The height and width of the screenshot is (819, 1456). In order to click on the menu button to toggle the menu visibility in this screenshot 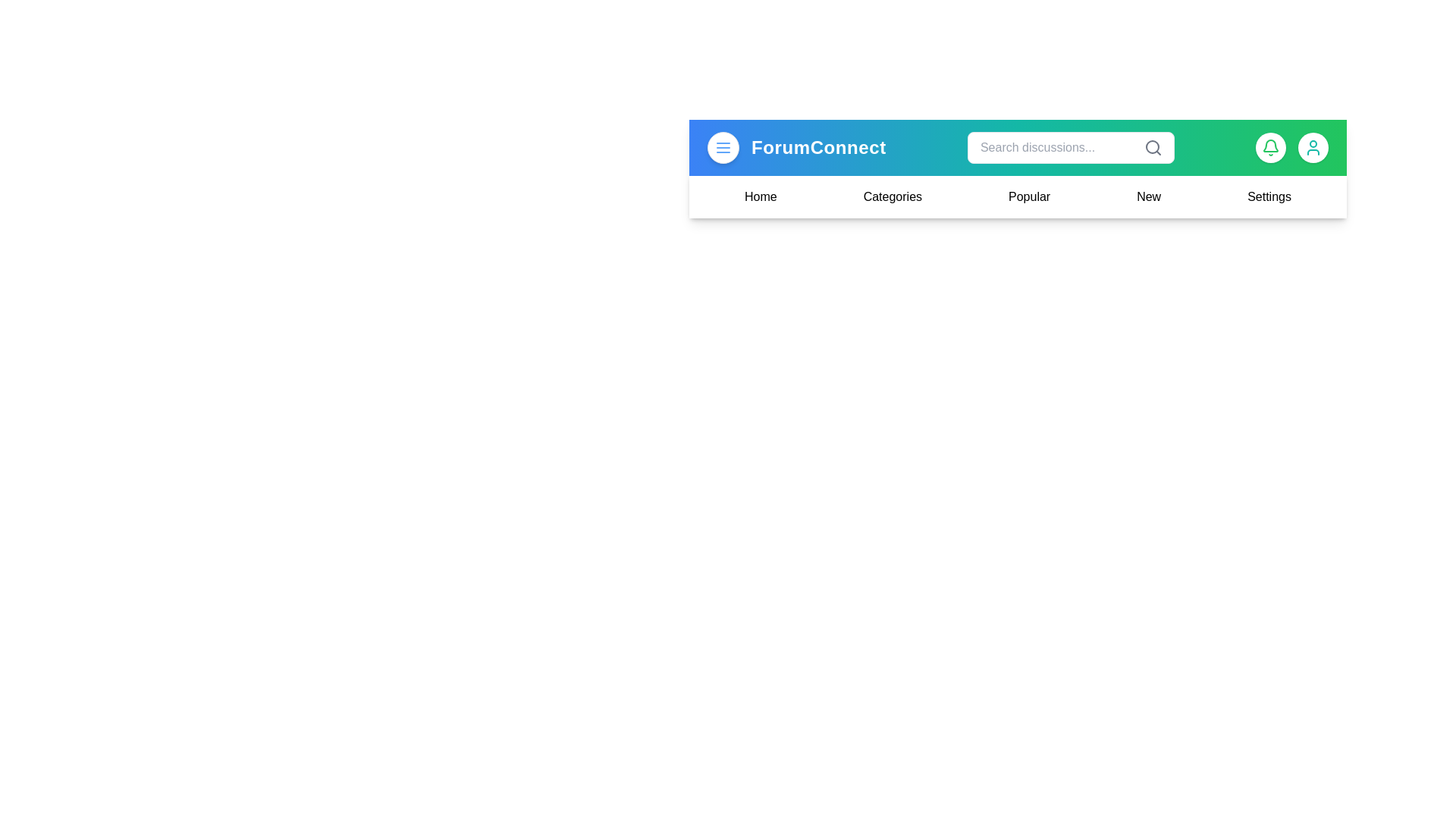, I will do `click(723, 148)`.